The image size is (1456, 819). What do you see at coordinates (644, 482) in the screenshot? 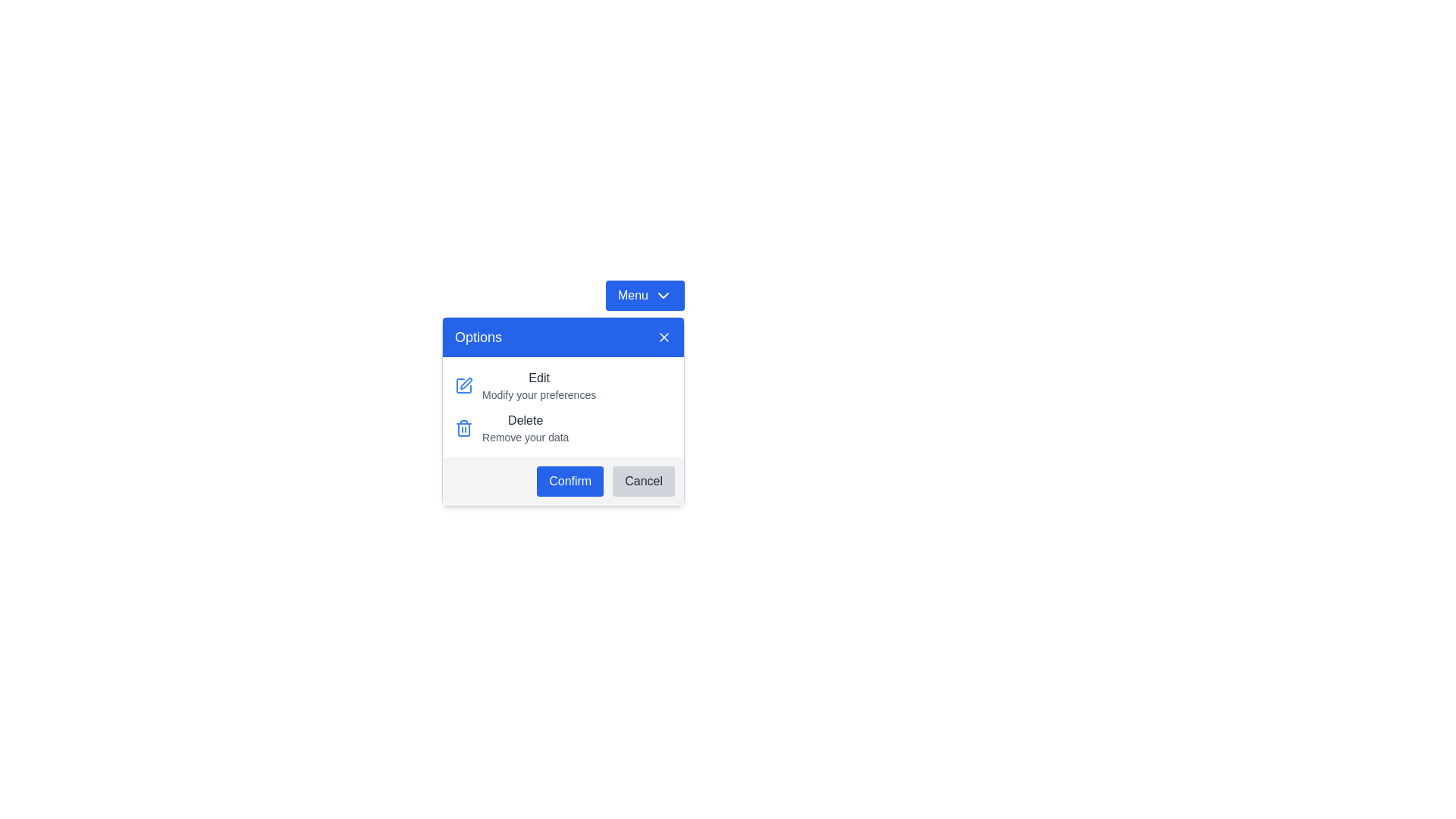
I see `the cancel button located to the right of the 'Confirm' button in the modal dialog box` at bounding box center [644, 482].